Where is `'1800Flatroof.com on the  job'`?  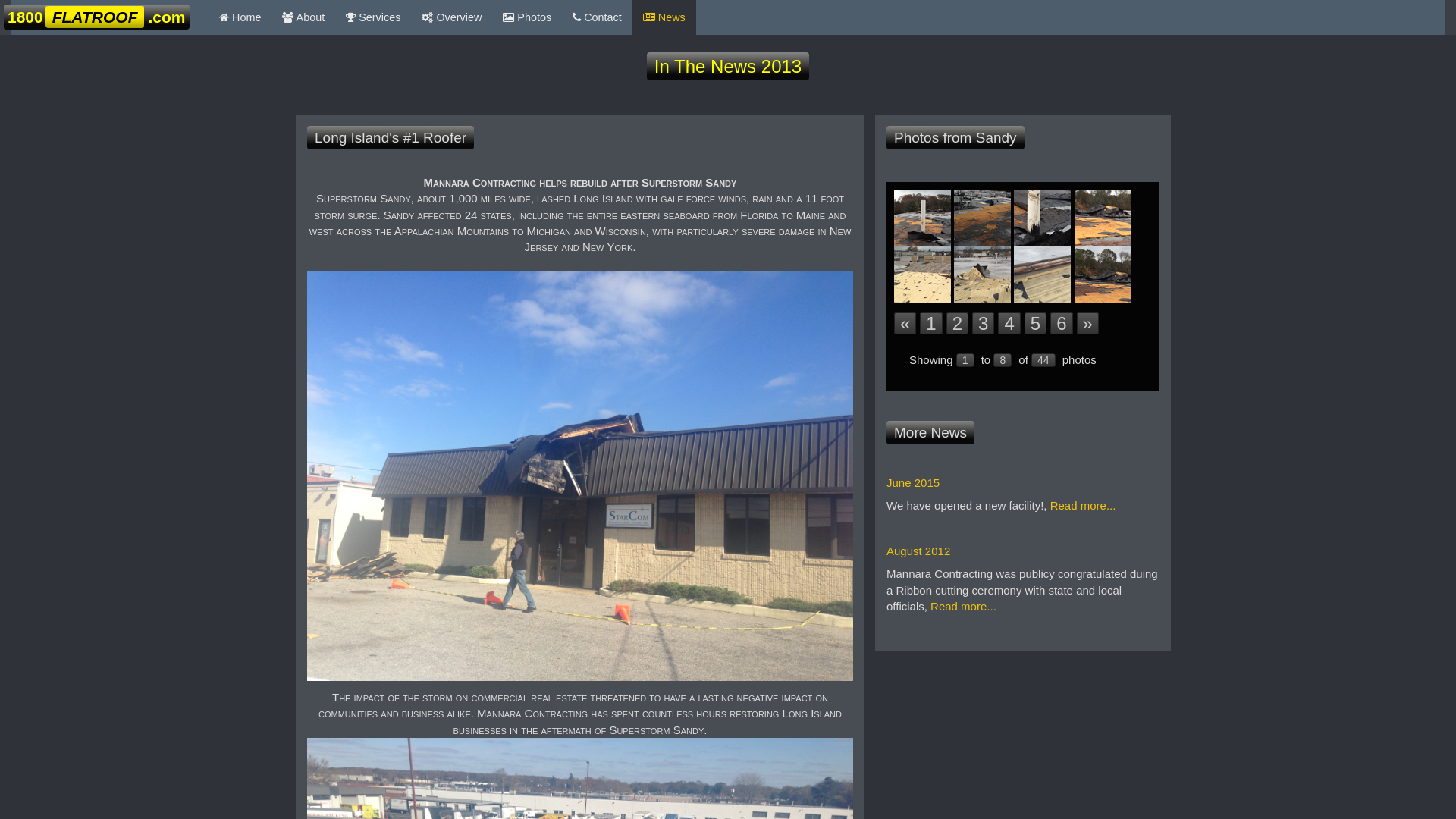
'1800Flatroof.com on the  job' is located at coordinates (923, 216).